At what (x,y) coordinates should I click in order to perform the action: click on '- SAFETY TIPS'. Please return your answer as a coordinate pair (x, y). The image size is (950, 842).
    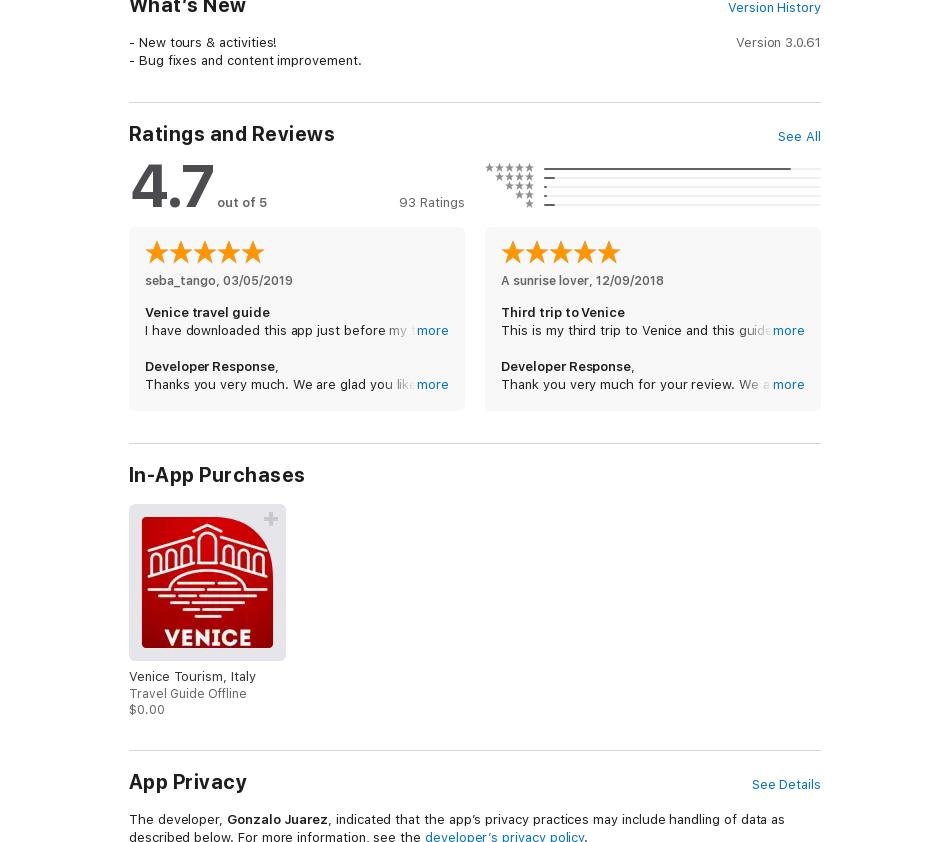
    Looking at the image, I should click on (174, 146).